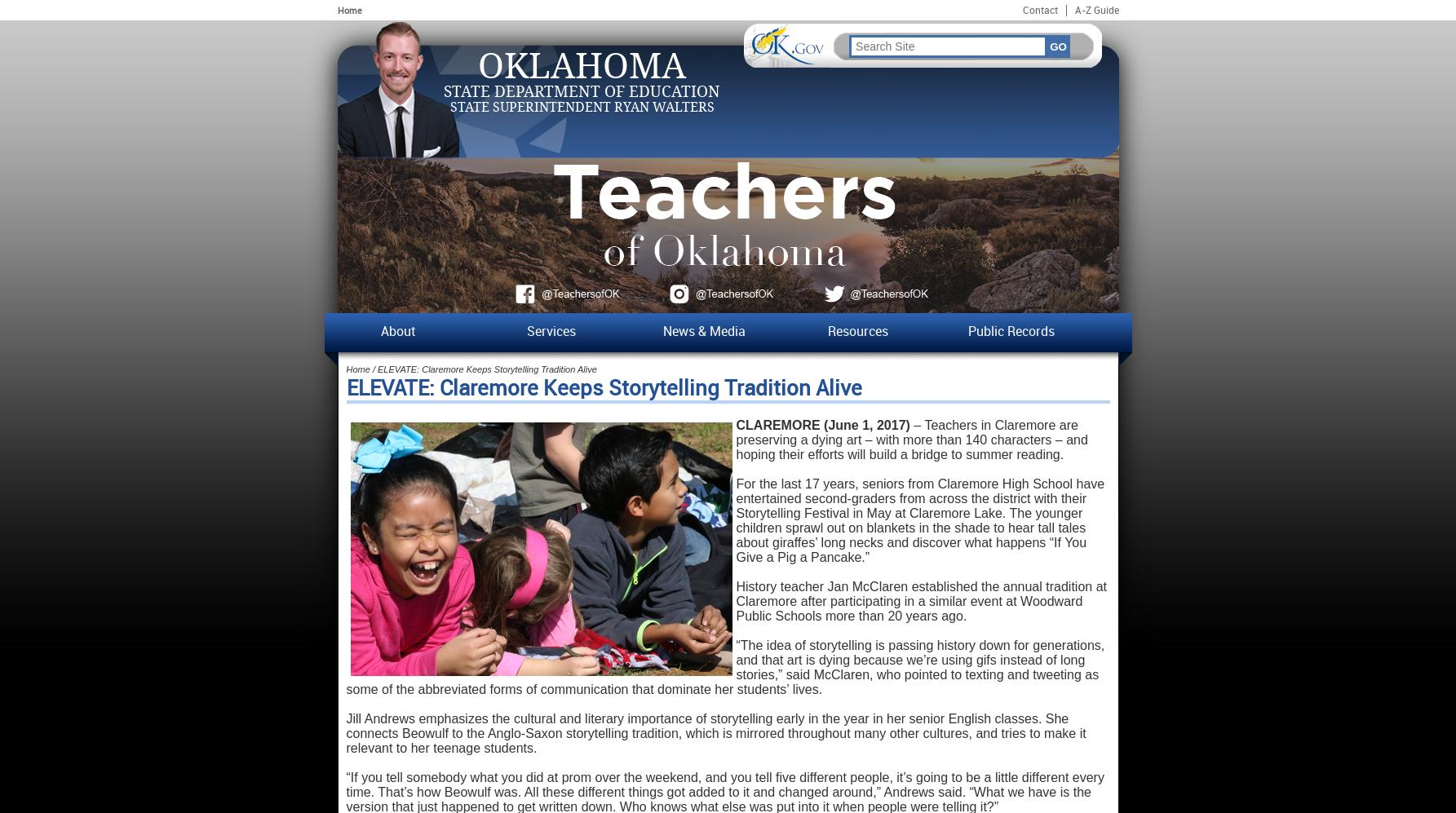  What do you see at coordinates (603, 389) in the screenshot?
I see `'ELEVATE:  Claremore Keeps Storytelling Tradition Alive'` at bounding box center [603, 389].